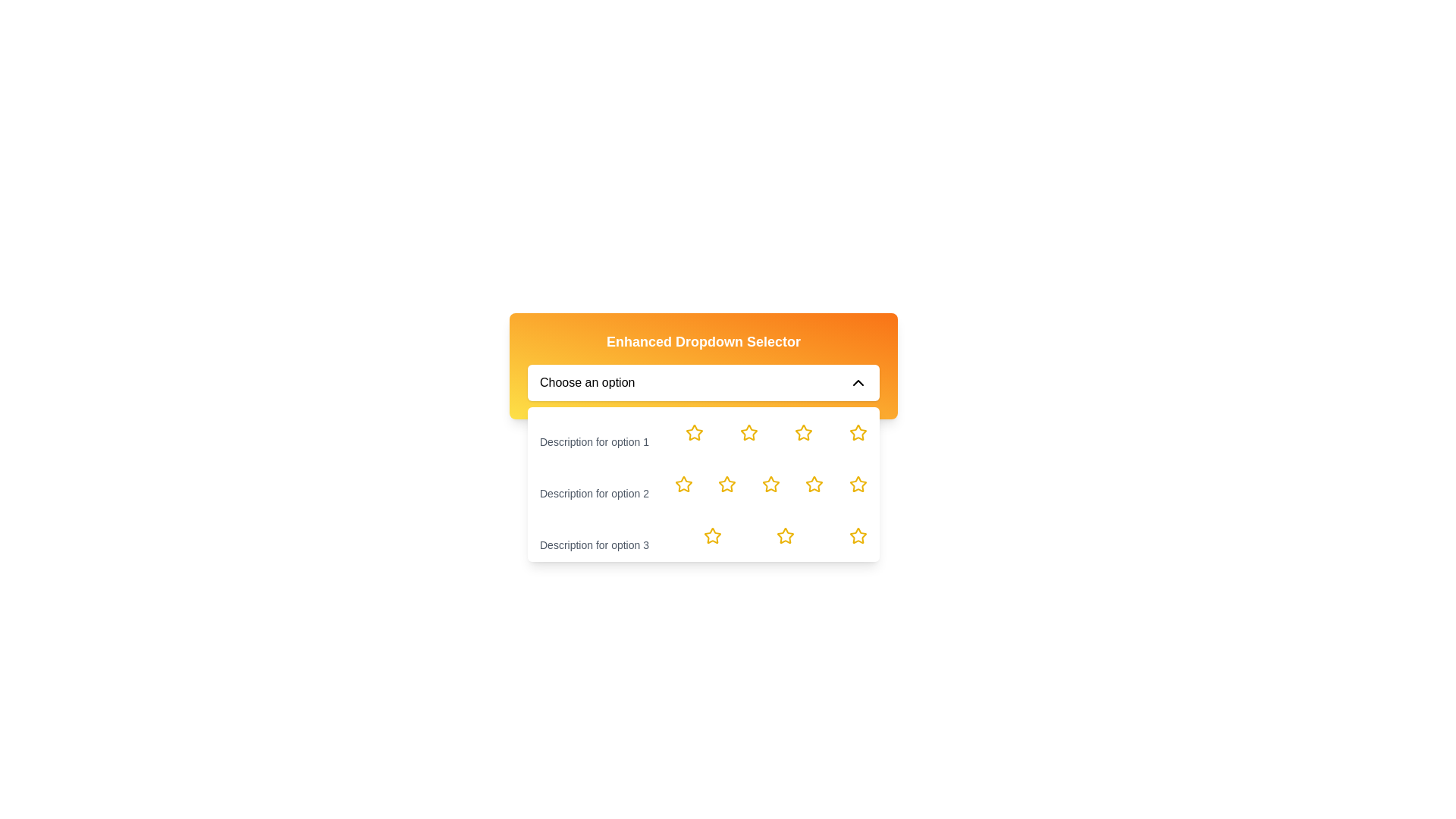 The height and width of the screenshot is (819, 1456). I want to click on 'Option 3' in the dropdown menu by clicking on the descriptive text that provides additional information about it, located below the title 'Option 3', so click(593, 544).